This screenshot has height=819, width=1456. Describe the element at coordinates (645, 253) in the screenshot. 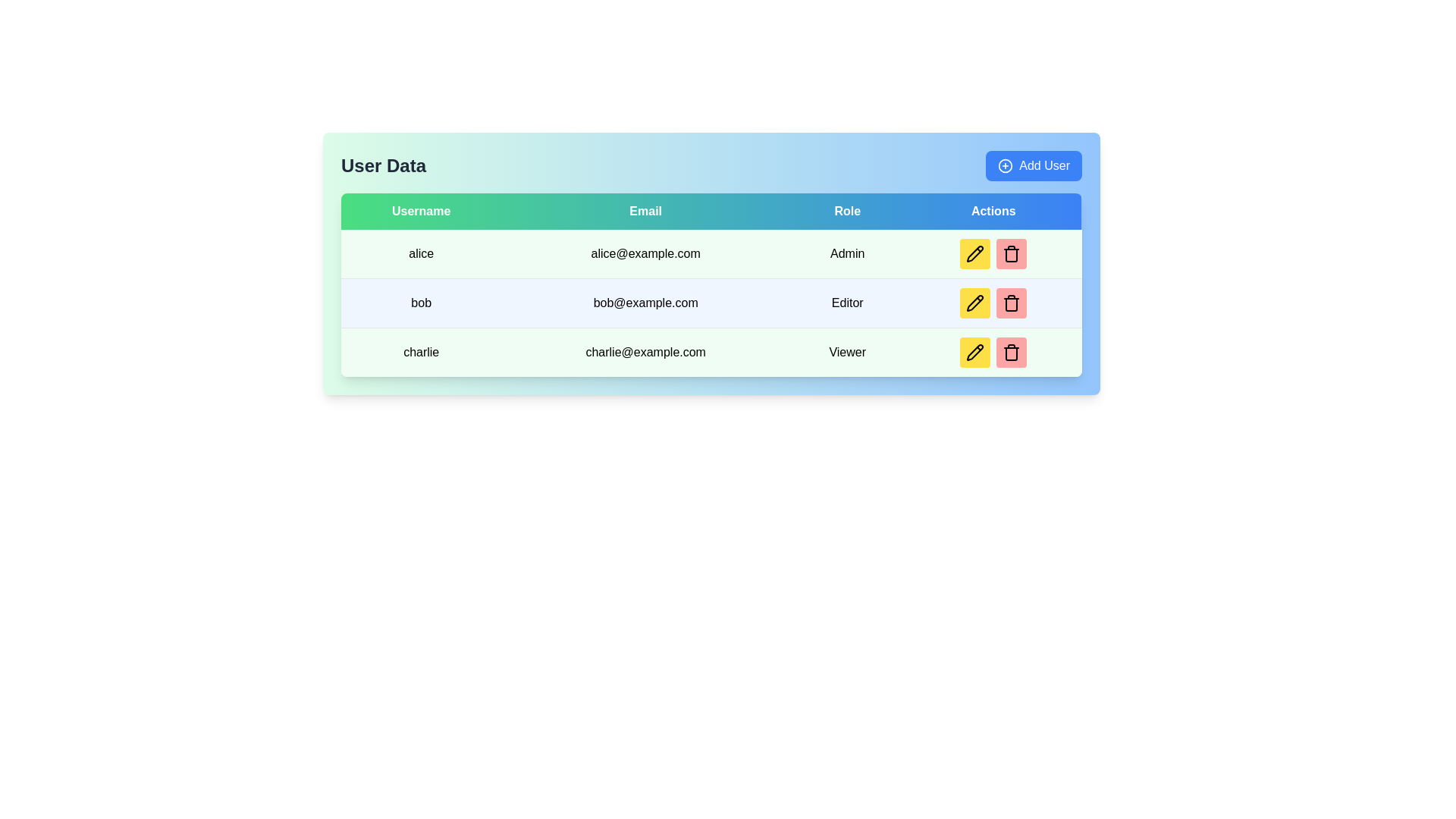

I see `the text box displaying the email address associated with the user 'alice' located in the second cell of the row containing 'alice' and 'Admin' under the 'Email' column` at that location.